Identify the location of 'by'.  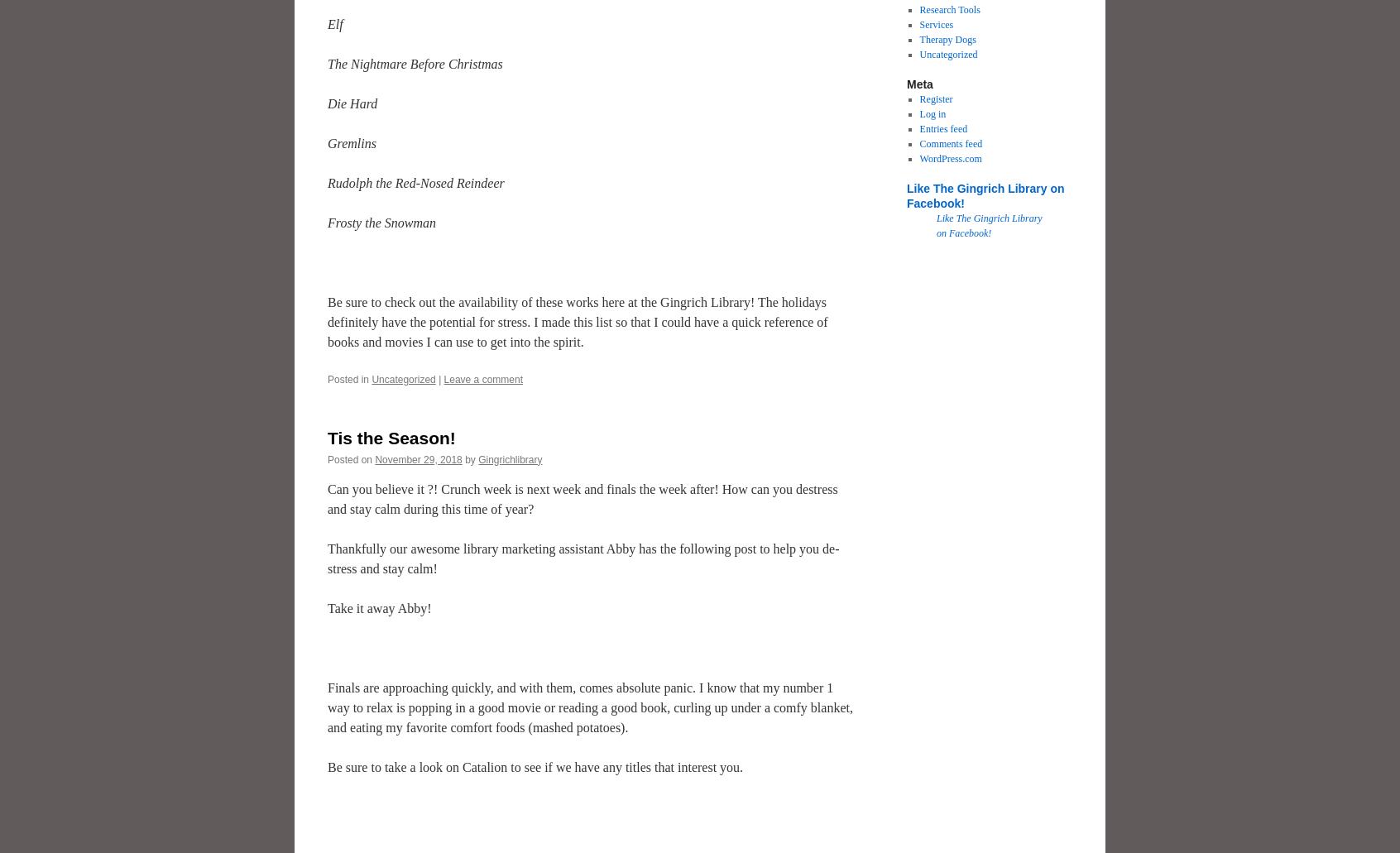
(469, 458).